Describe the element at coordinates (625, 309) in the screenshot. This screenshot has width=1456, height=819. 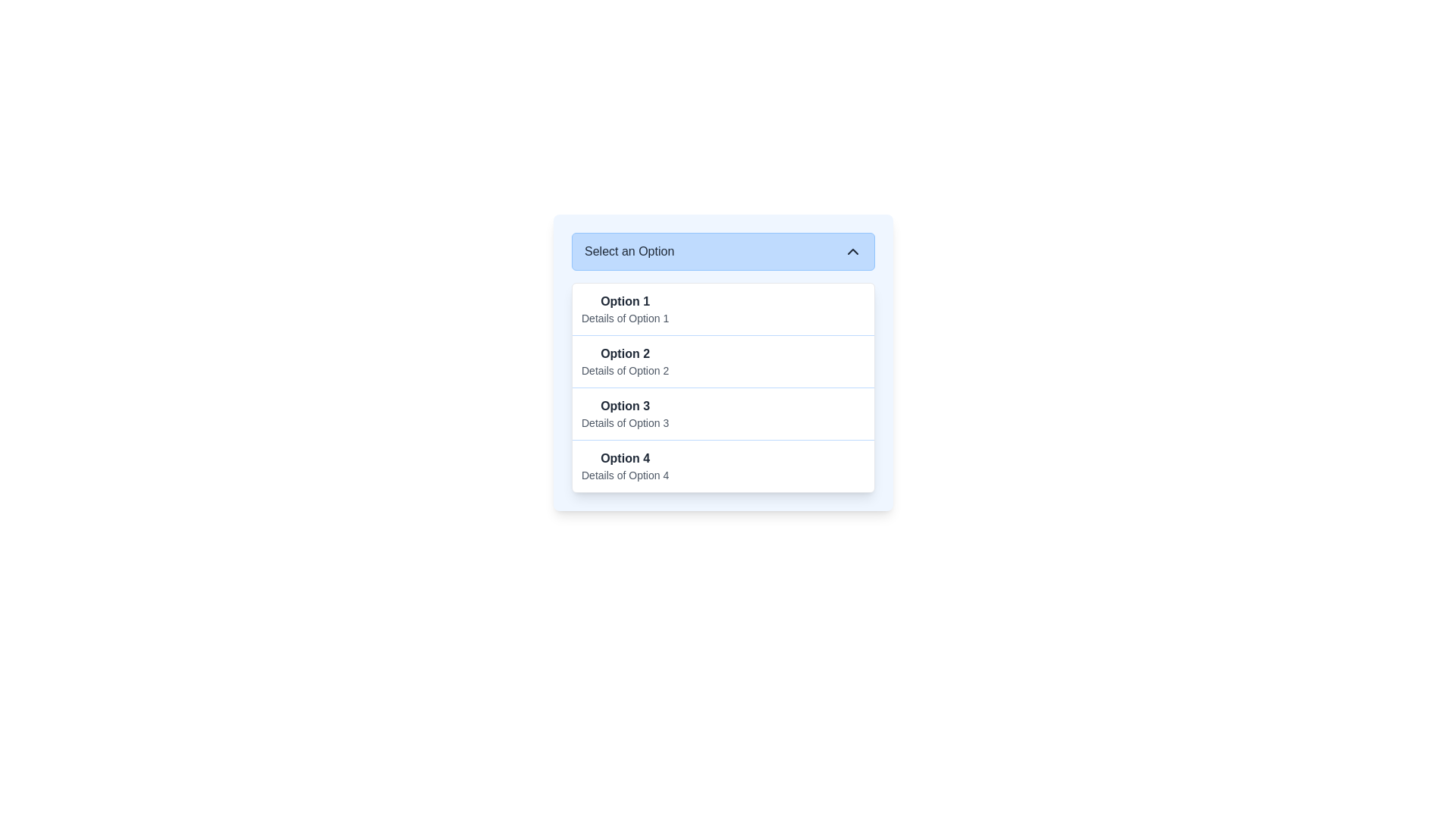
I see `the first entry in the dropdown list below the 'Select an Option' header` at that location.